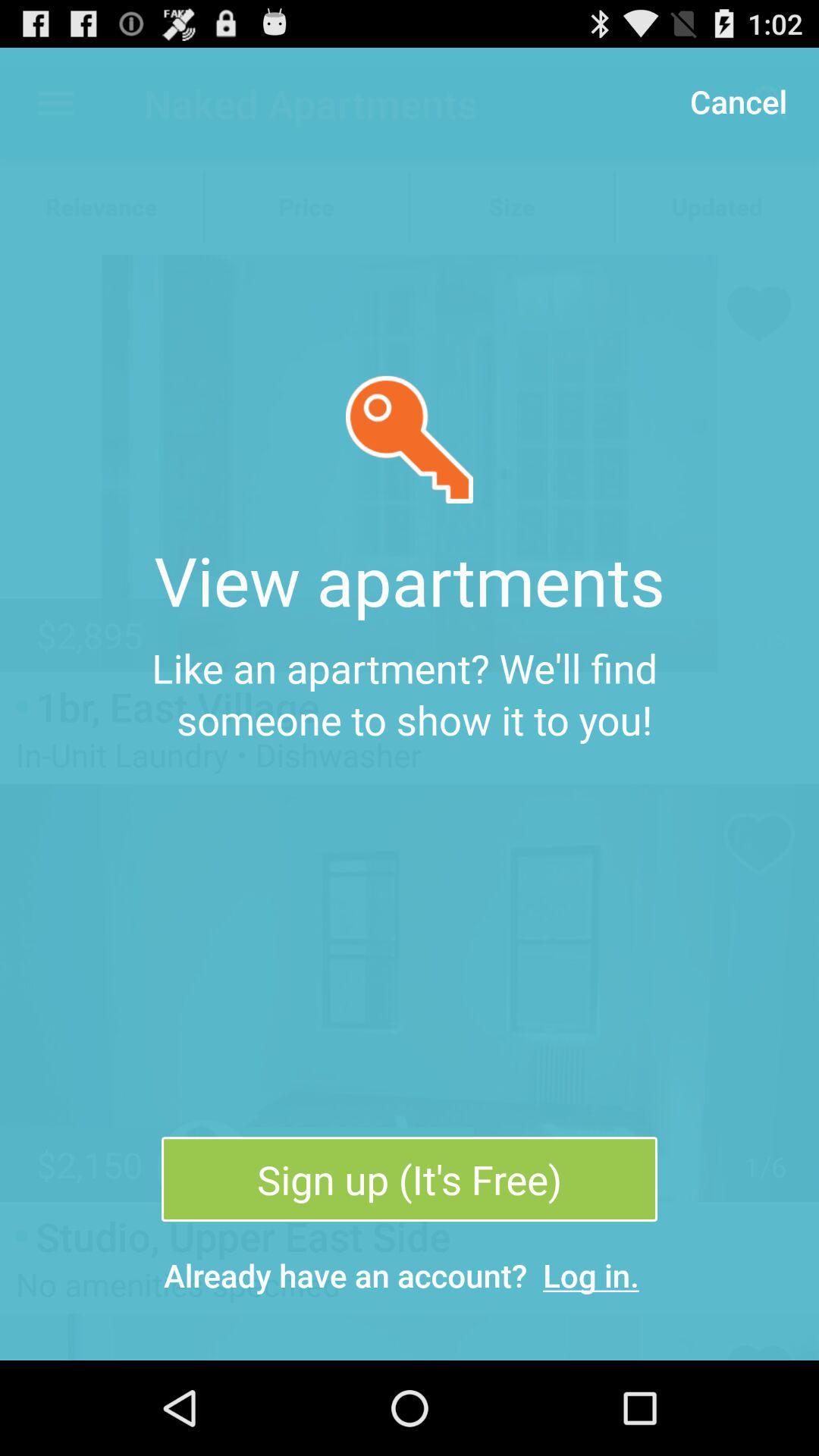  Describe the element at coordinates (409, 1178) in the screenshot. I see `icon above log in. icon` at that location.